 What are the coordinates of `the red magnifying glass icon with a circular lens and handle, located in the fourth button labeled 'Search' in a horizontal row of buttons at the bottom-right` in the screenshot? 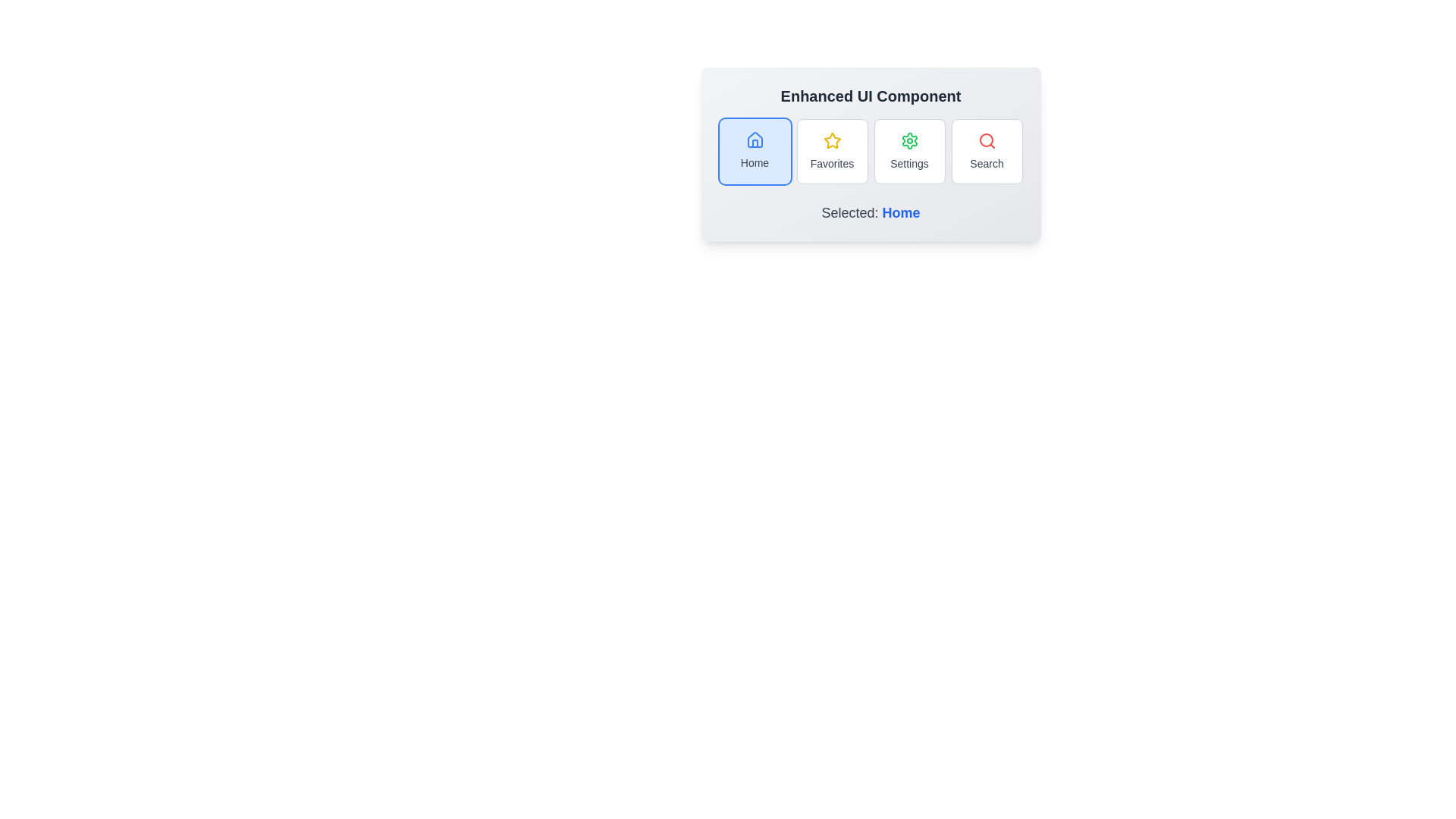 It's located at (987, 140).